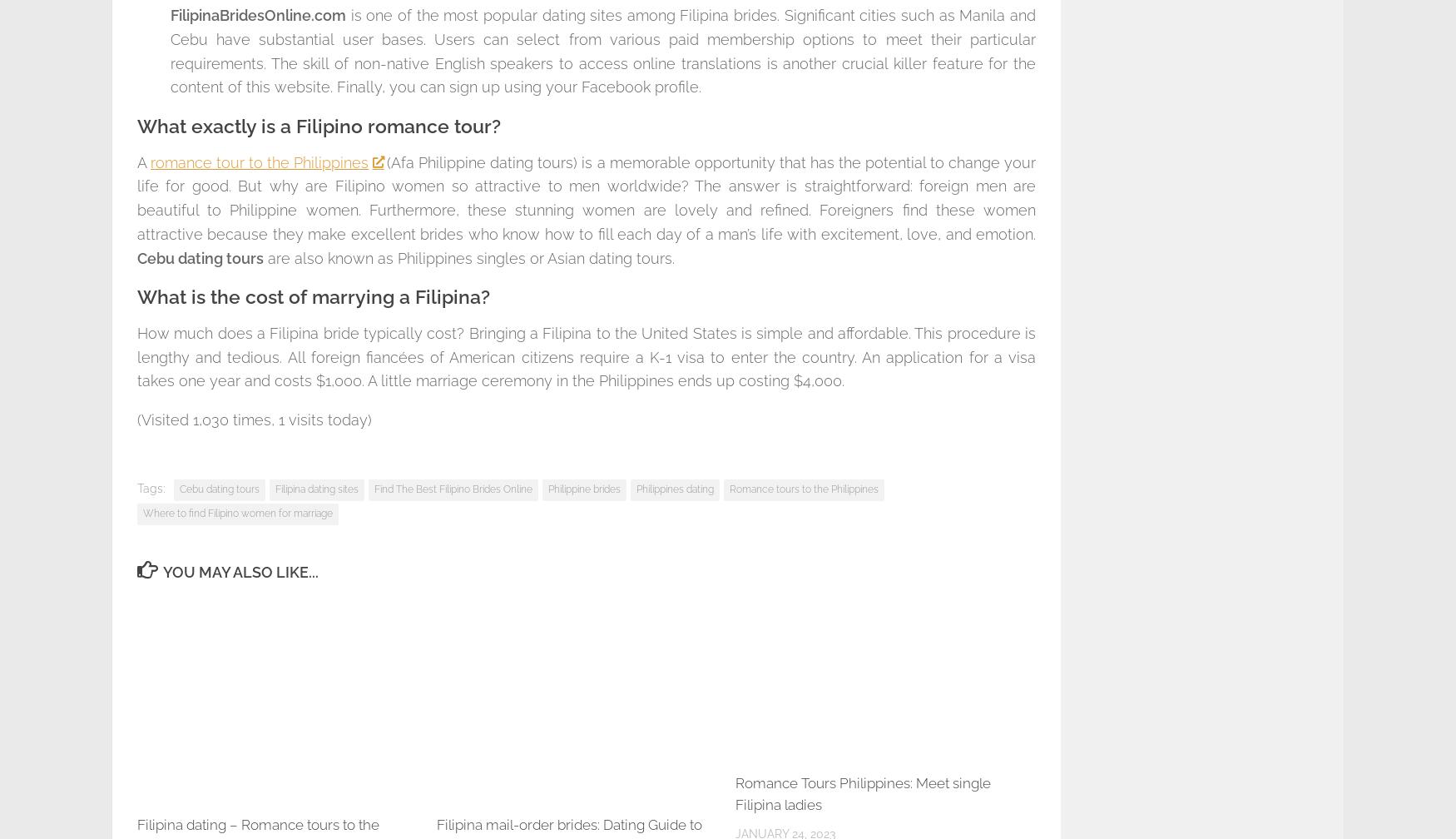 The height and width of the screenshot is (839, 1456). What do you see at coordinates (136, 487) in the screenshot?
I see `'Tags:'` at bounding box center [136, 487].